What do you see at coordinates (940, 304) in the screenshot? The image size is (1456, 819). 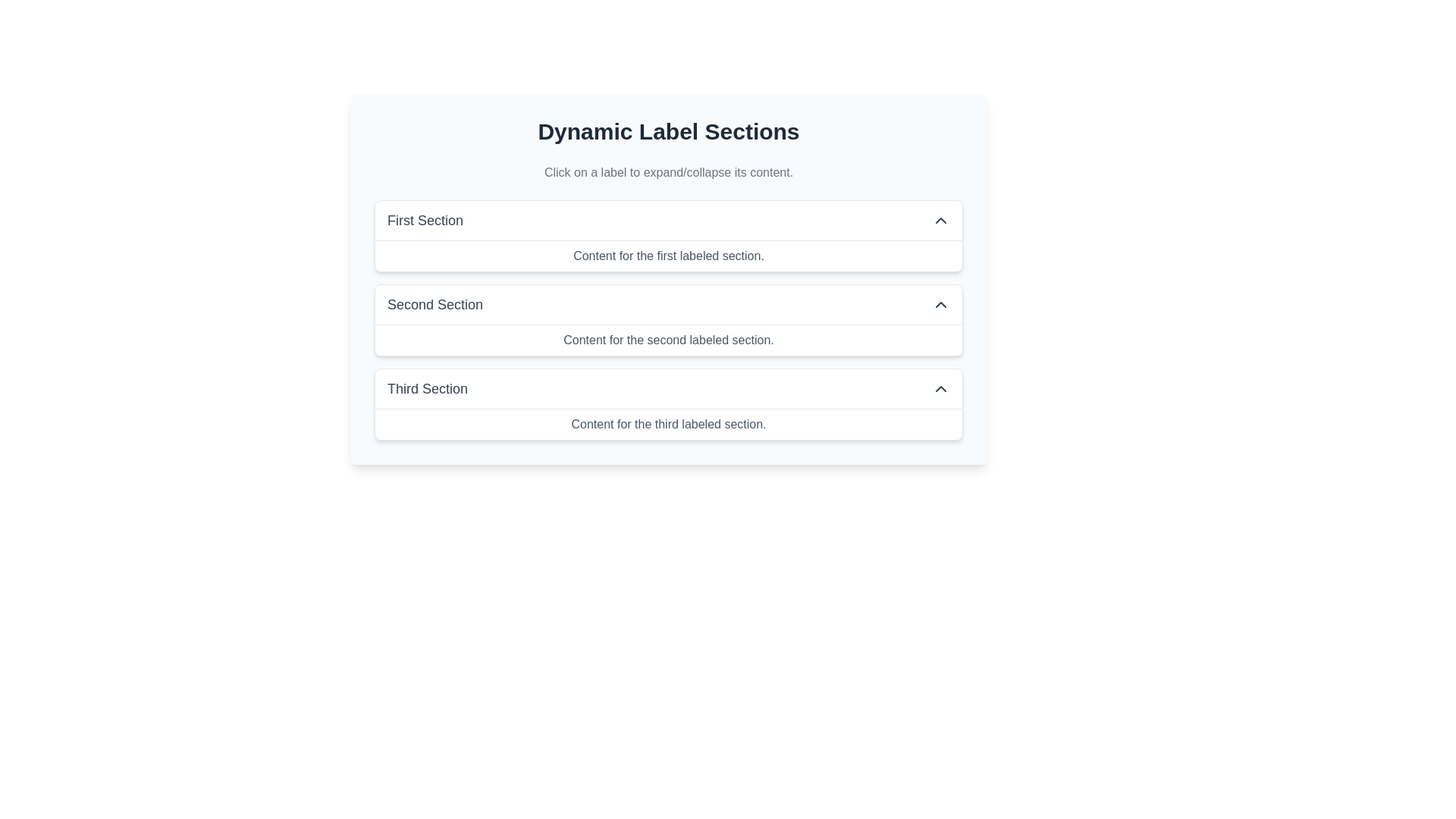 I see `the upwards-pointing chevron icon located at the far right of the 'Second Section' header` at bounding box center [940, 304].